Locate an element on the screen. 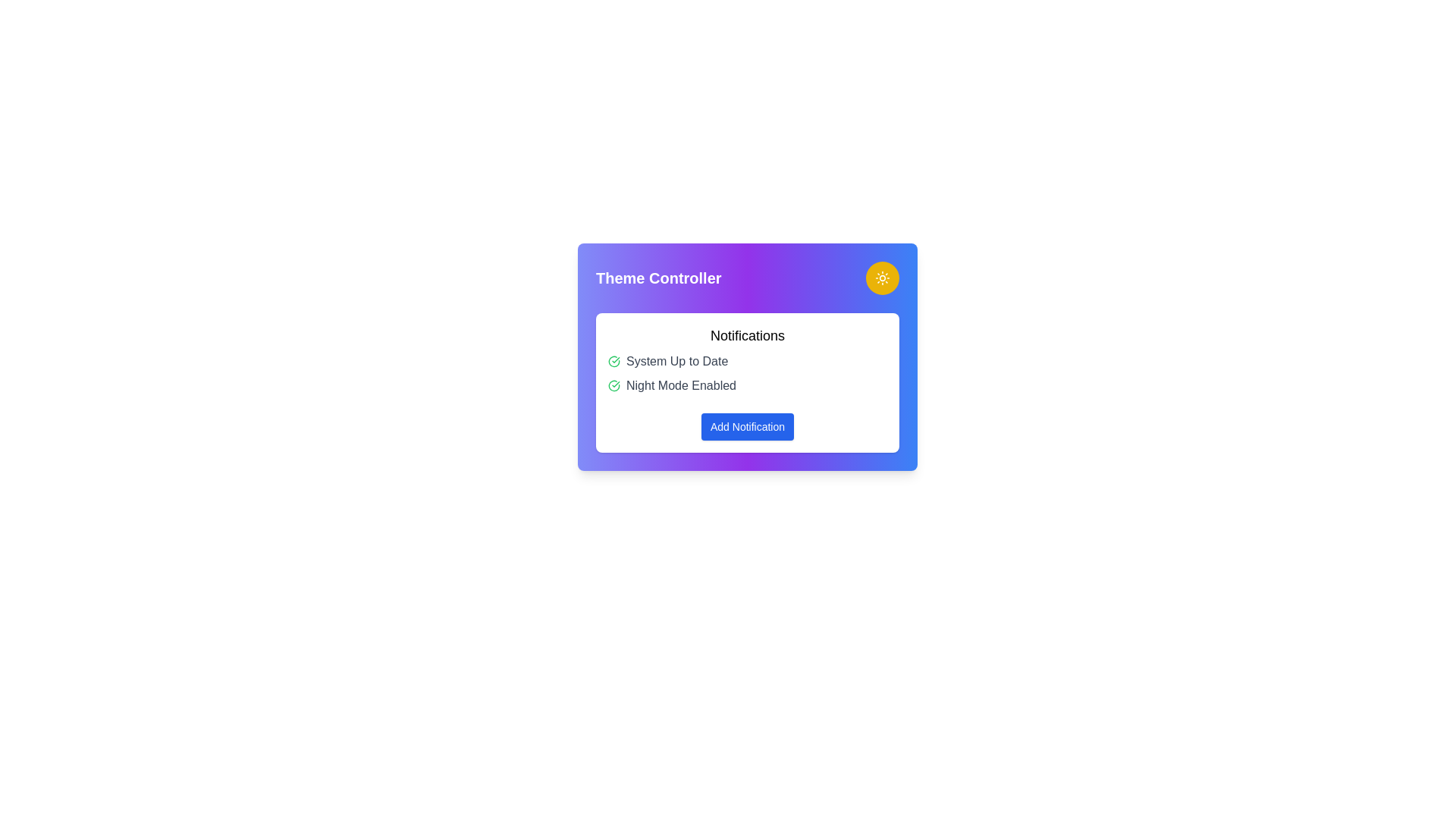 Image resolution: width=1456 pixels, height=819 pixels. the static text label that serves as the title of the section, located at the top left corner of the window is located at coordinates (658, 278).